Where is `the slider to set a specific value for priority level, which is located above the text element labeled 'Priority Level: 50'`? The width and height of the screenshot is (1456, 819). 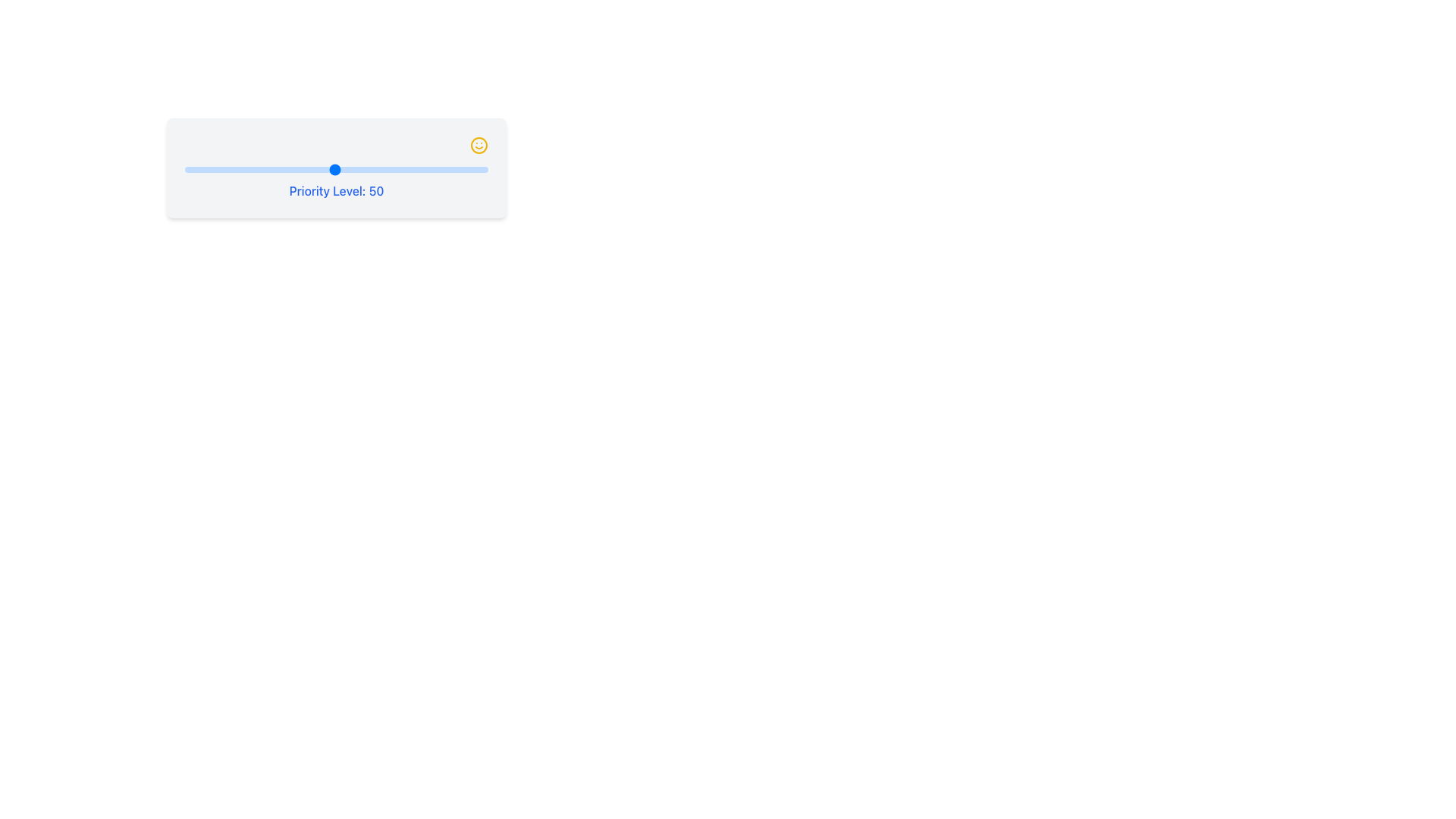 the slider to set a specific value for priority level, which is located above the text element labeled 'Priority Level: 50' is located at coordinates (336, 169).